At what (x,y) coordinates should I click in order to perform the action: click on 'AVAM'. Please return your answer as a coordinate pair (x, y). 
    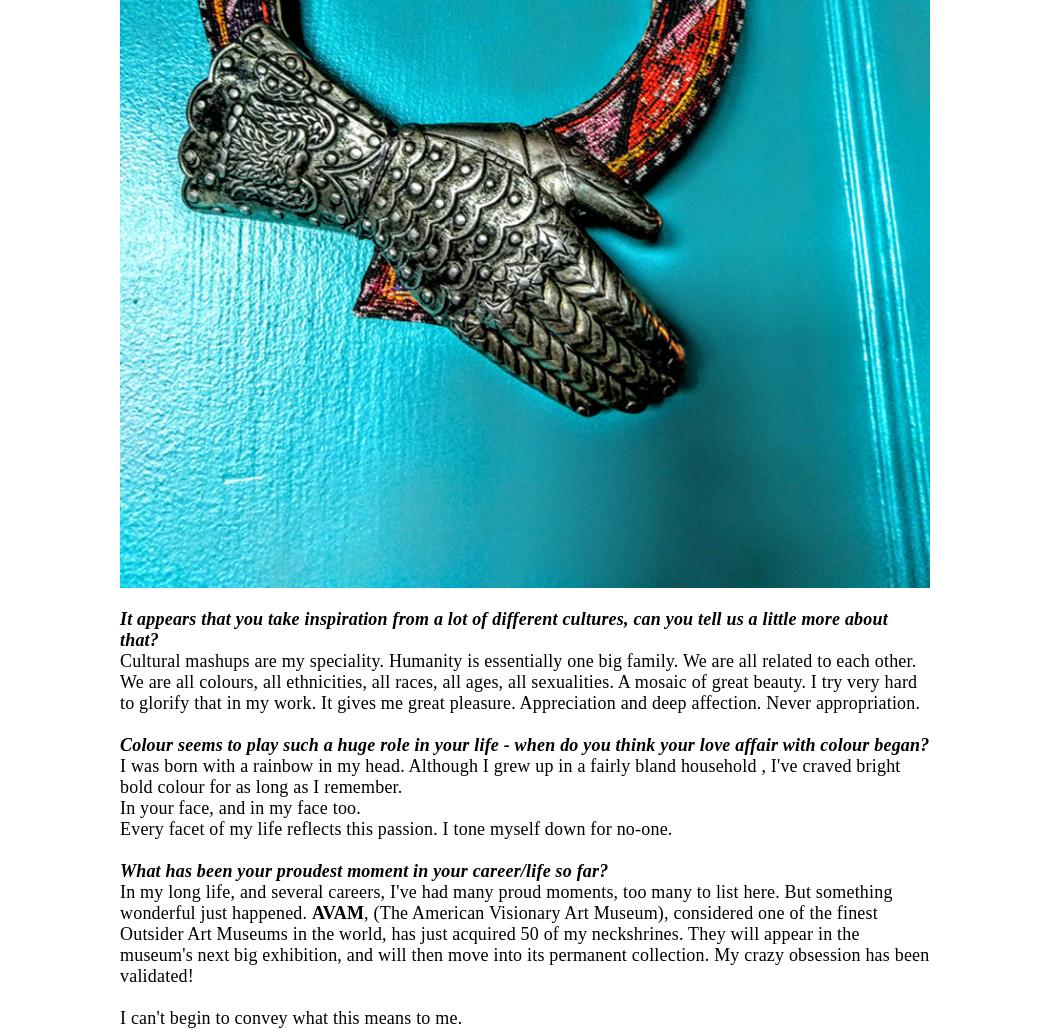
    Looking at the image, I should click on (337, 912).